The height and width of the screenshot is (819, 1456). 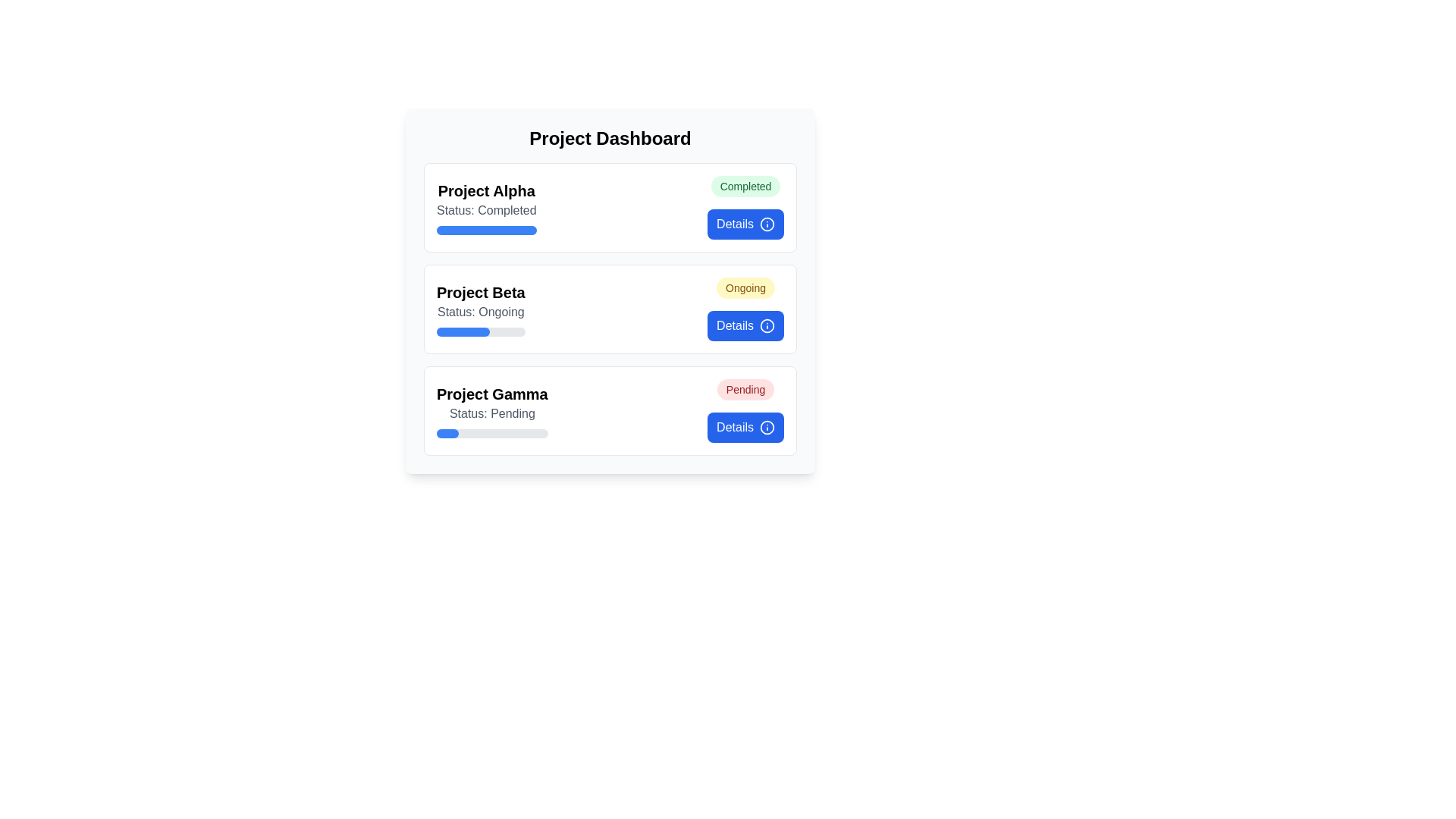 What do you see at coordinates (492, 411) in the screenshot?
I see `the 'Project Gamma' text label, which displays the project name and status, located on the third card in a vertical list of project cards` at bounding box center [492, 411].